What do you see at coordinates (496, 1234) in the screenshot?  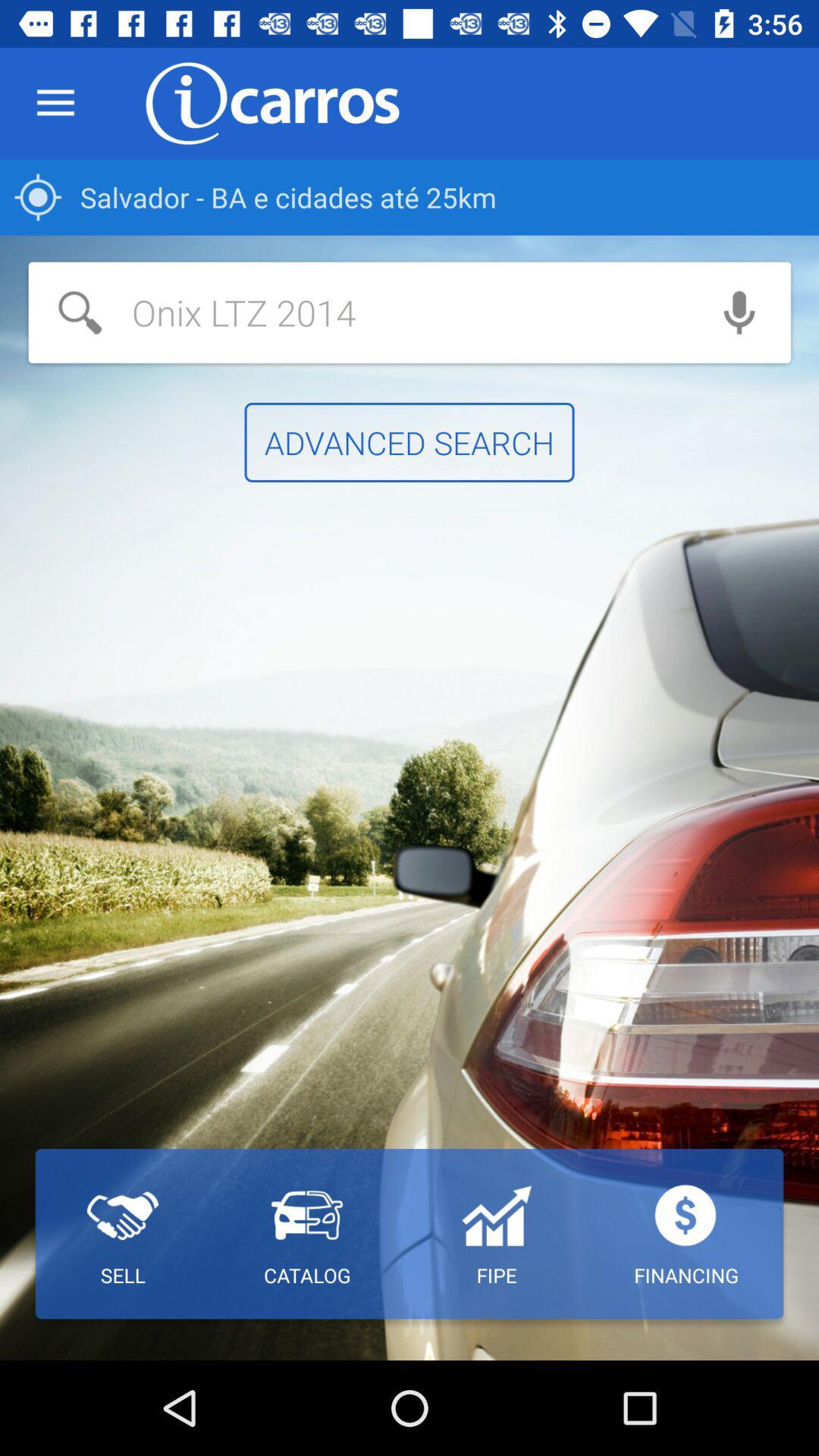 I see `the icon to the right of catalog icon` at bounding box center [496, 1234].